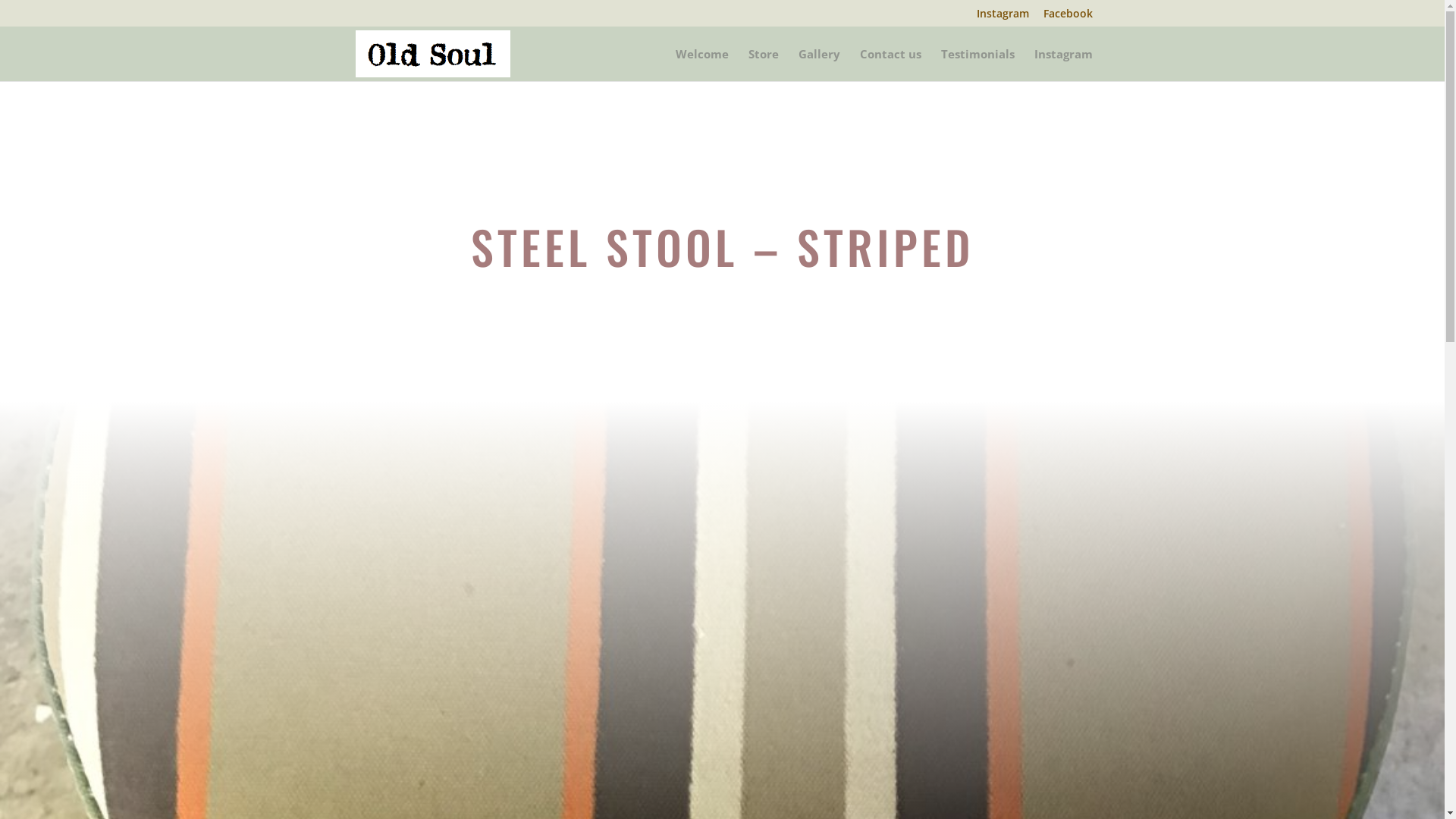 The image size is (1456, 819). Describe the element at coordinates (890, 64) in the screenshot. I see `'Contact us'` at that location.